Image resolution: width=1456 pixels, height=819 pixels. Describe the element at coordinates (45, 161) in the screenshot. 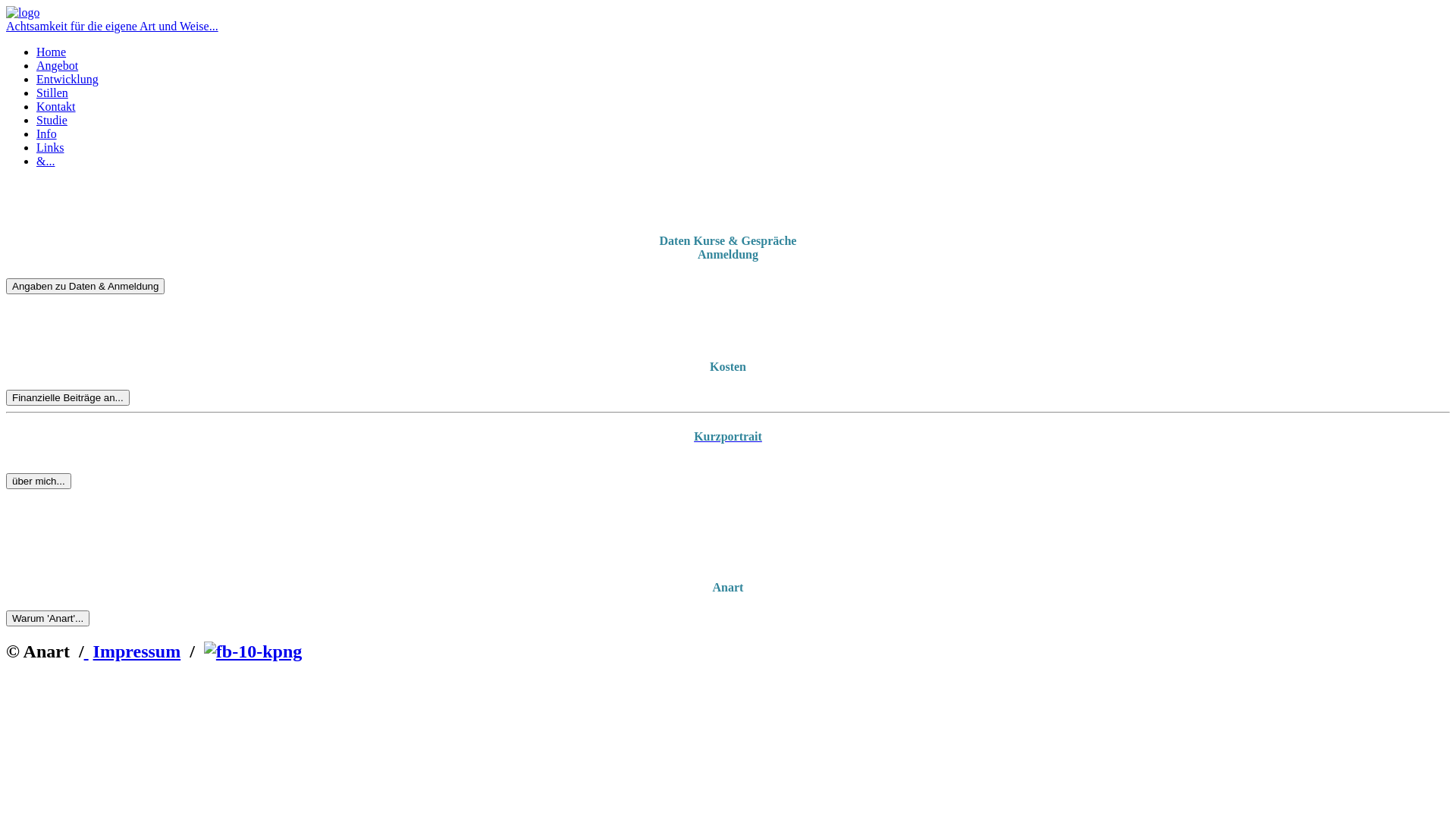

I see `'&...'` at that location.